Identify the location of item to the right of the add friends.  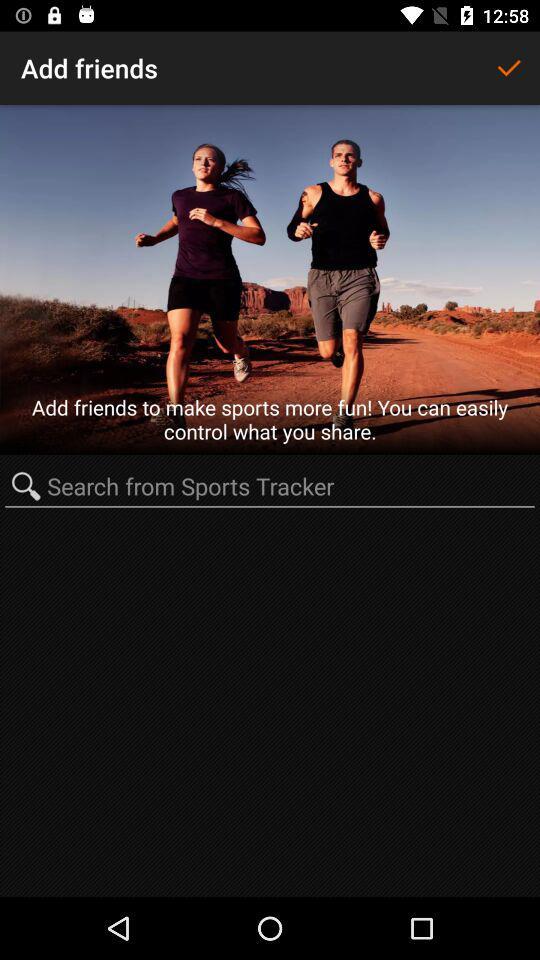
(508, 68).